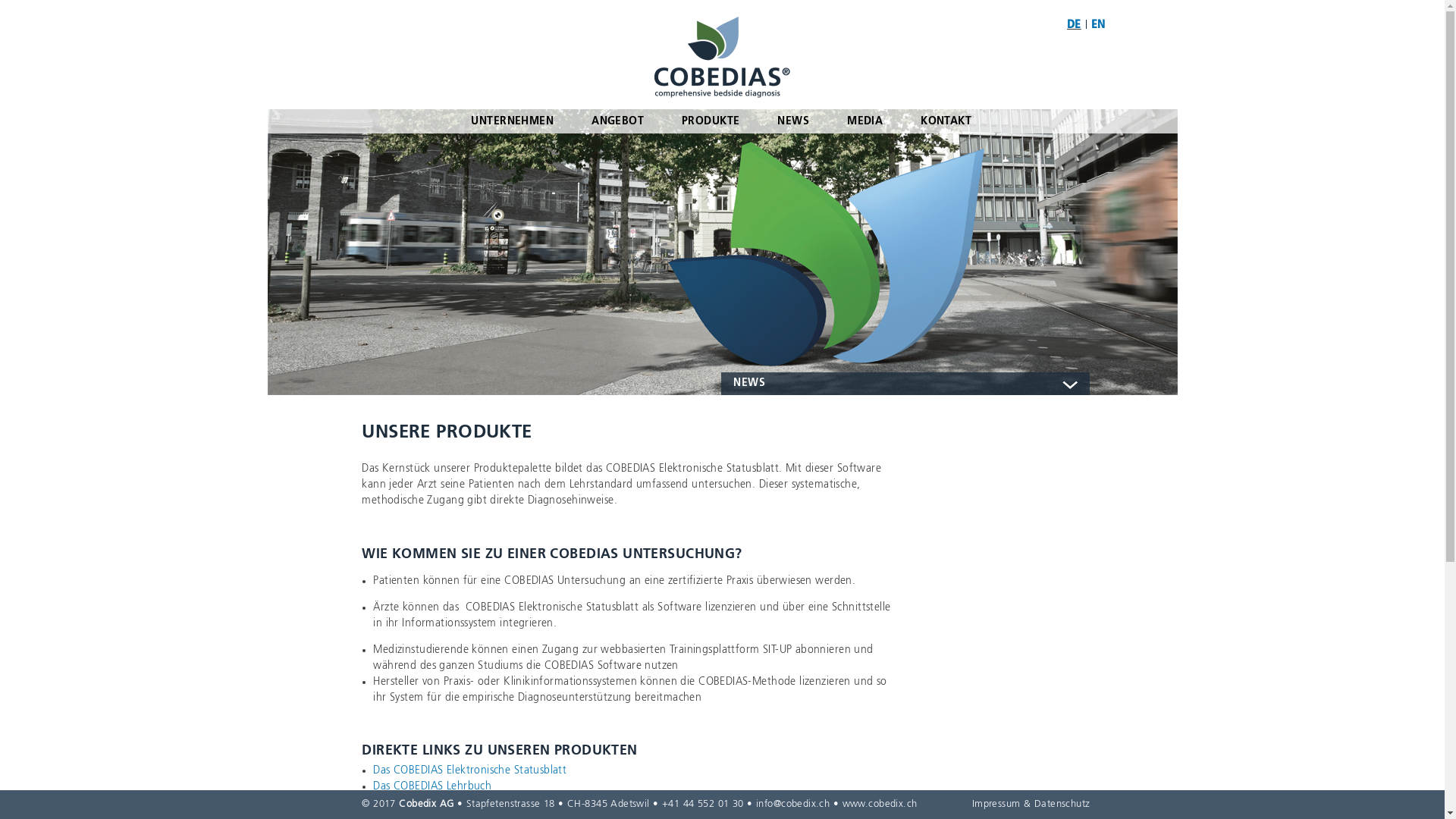 This screenshot has width=1456, height=819. Describe the element at coordinates (709, 120) in the screenshot. I see `'PRODUKTE'` at that location.